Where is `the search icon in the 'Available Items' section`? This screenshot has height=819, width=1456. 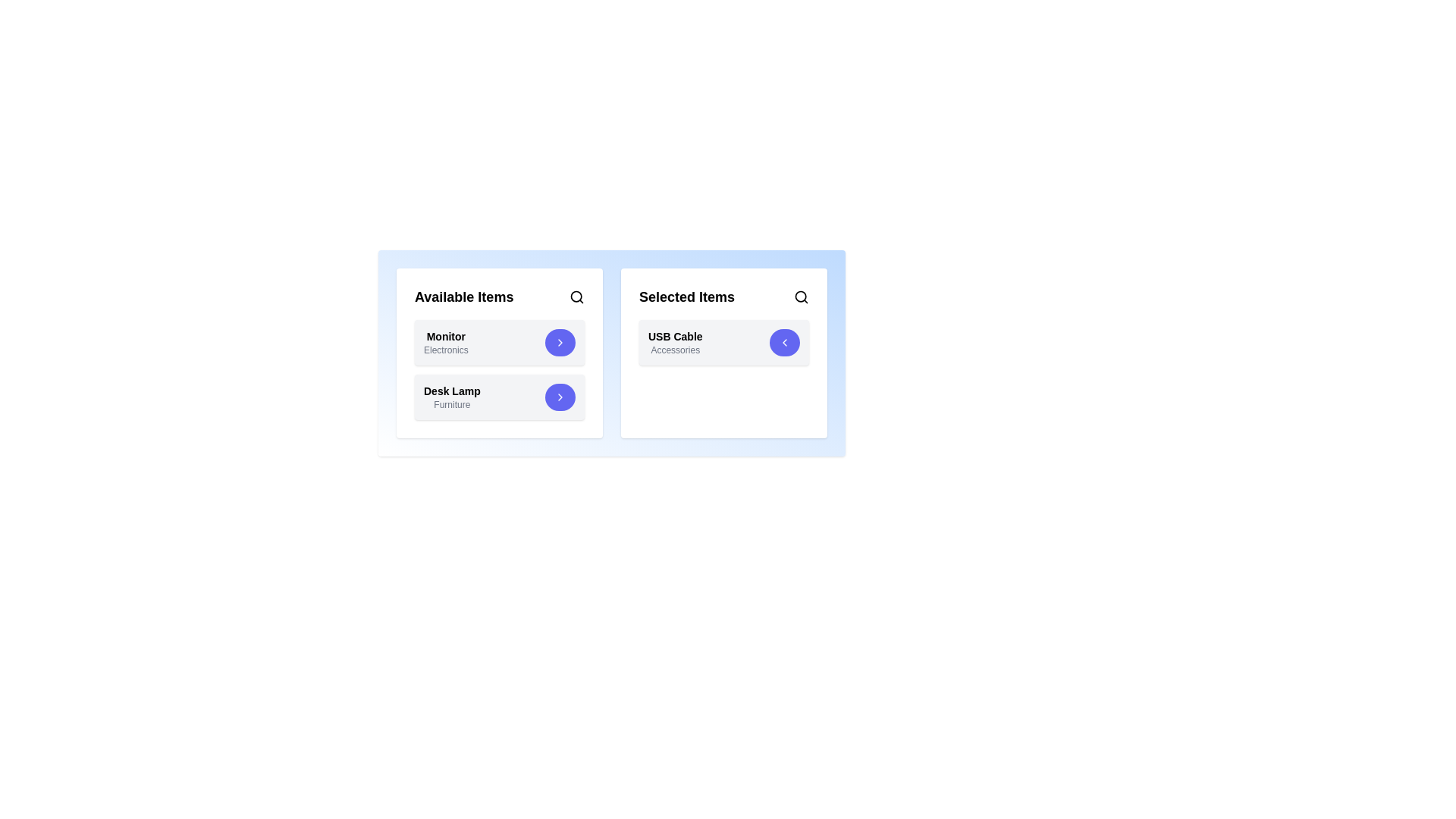
the search icon in the 'Available Items' section is located at coordinates (576, 297).